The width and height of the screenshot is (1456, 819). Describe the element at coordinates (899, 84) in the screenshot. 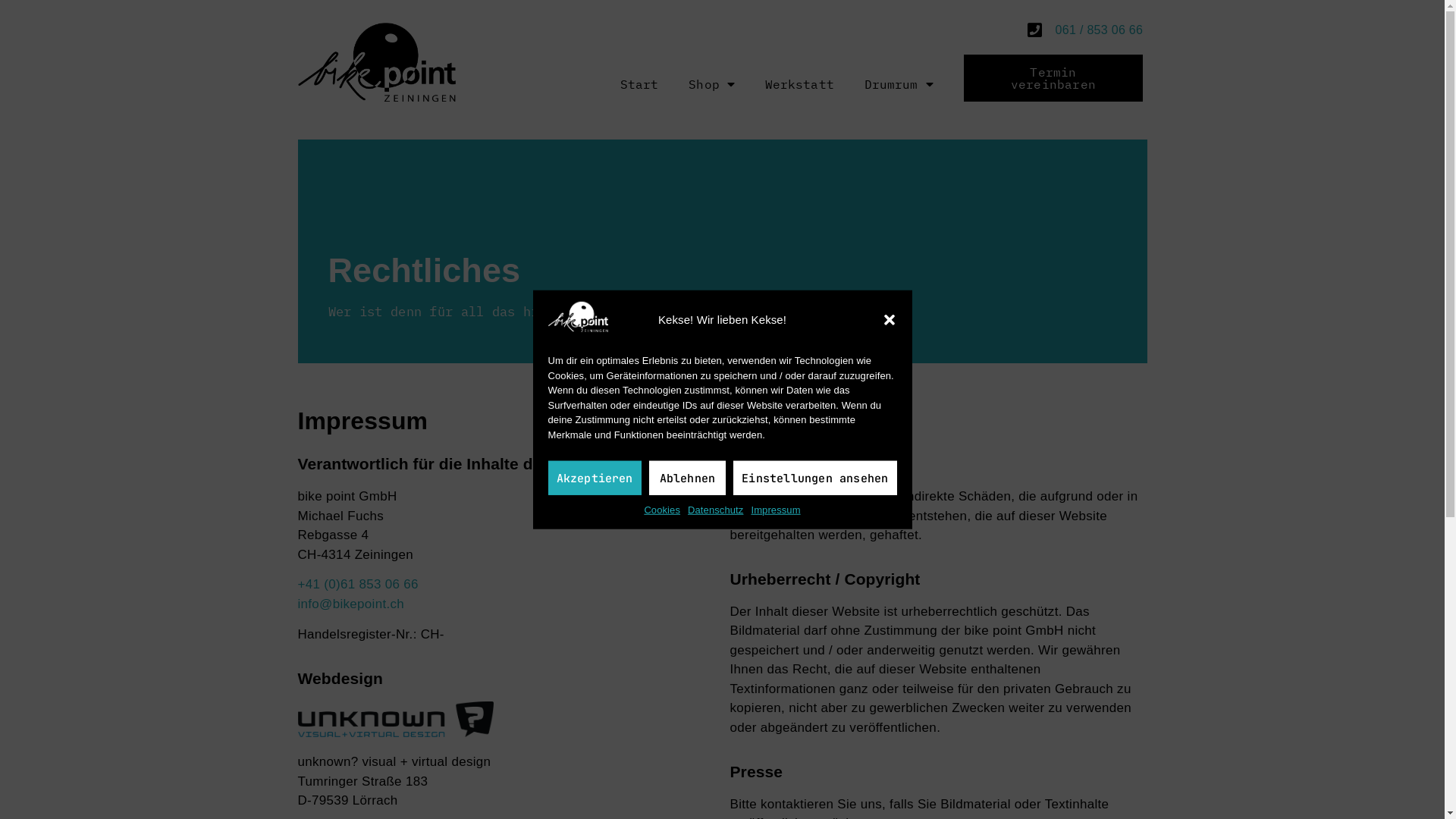

I see `'Drumrum'` at that location.